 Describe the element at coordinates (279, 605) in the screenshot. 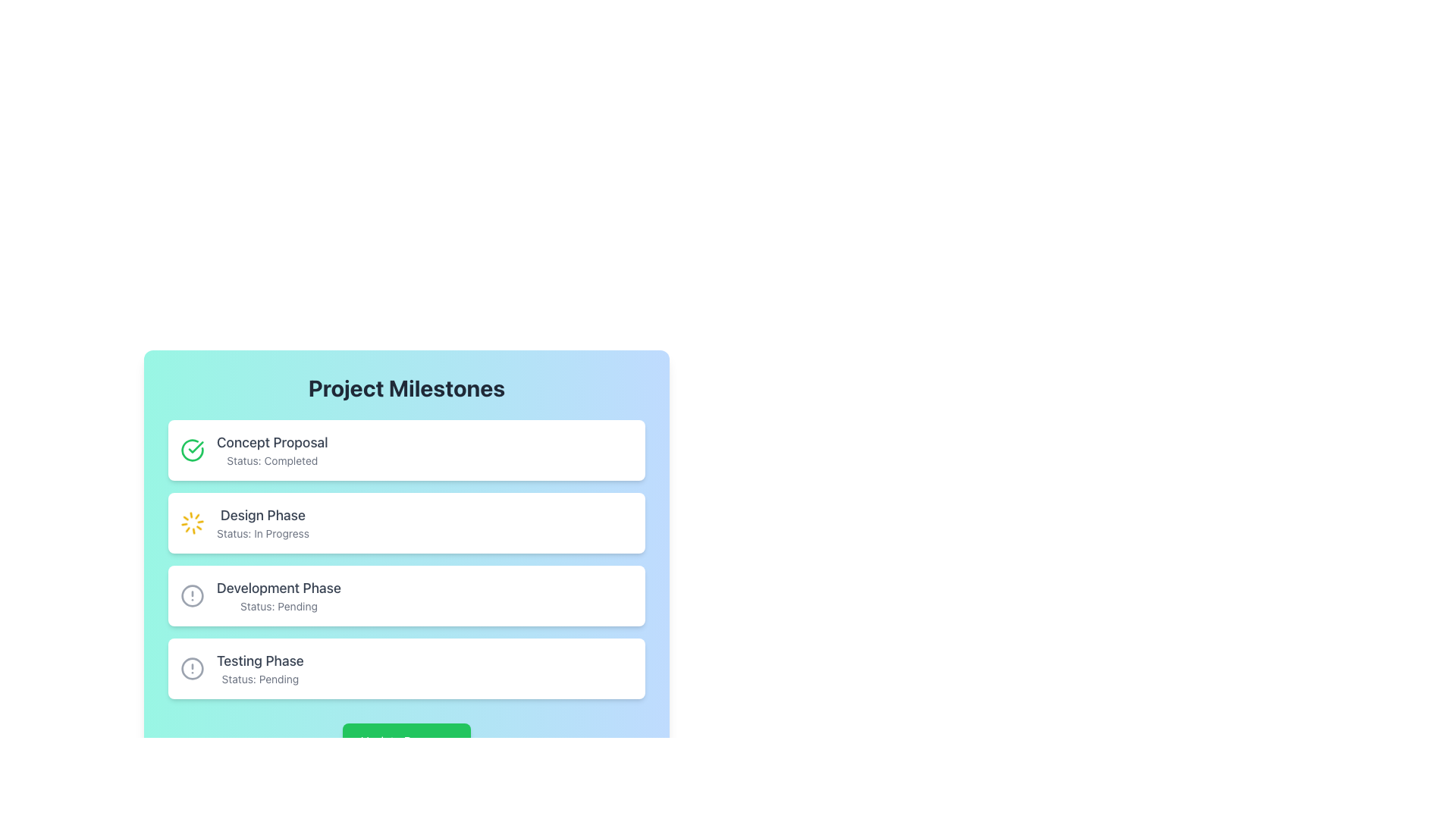

I see `text of the informative label indicating the current status of the 'Development Phase' milestone located beneath the 'Development Phase' element in the 'Project Milestones' section` at that location.